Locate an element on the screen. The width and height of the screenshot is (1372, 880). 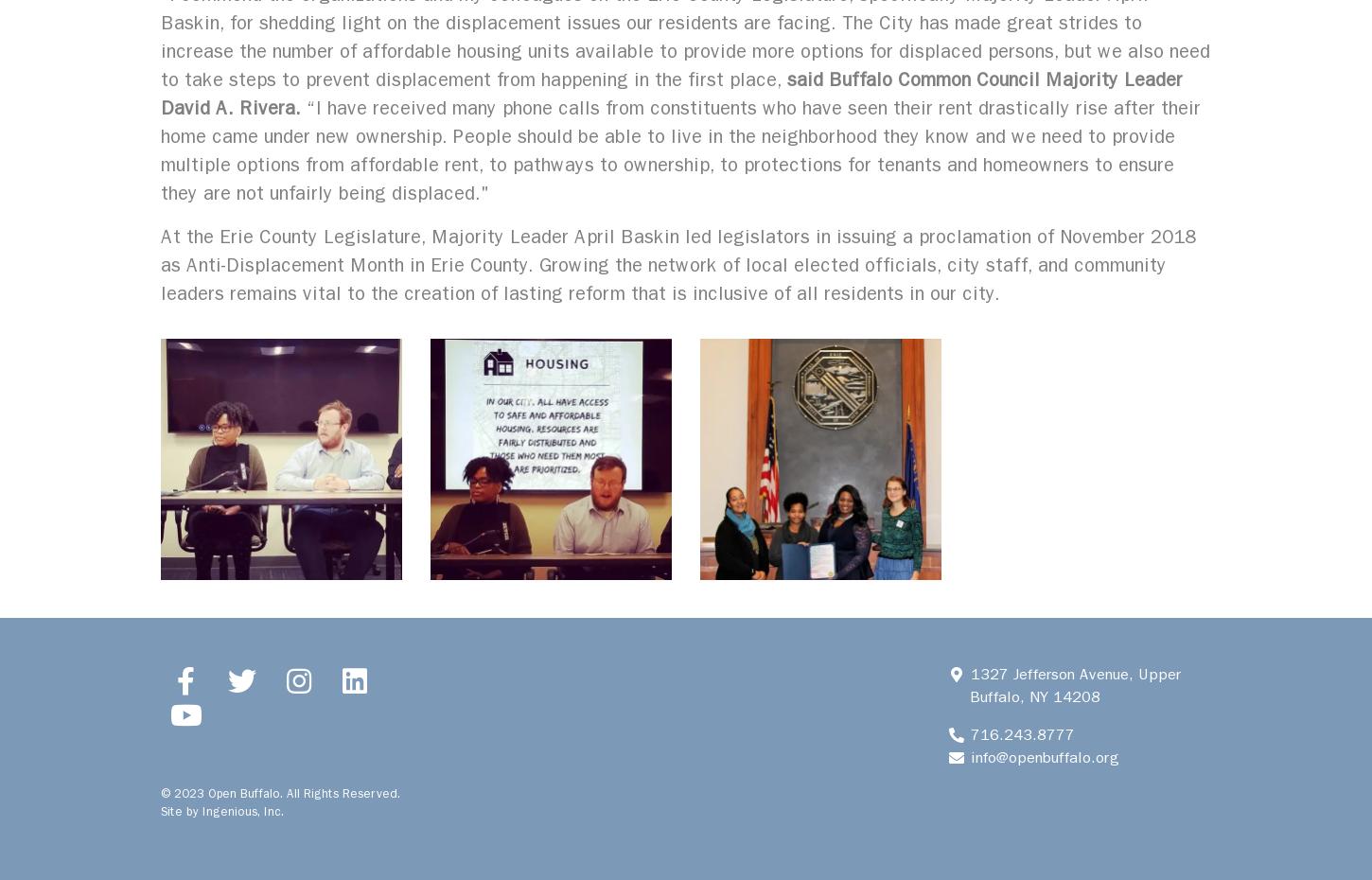
'Ingenious, Inc.' is located at coordinates (242, 811).